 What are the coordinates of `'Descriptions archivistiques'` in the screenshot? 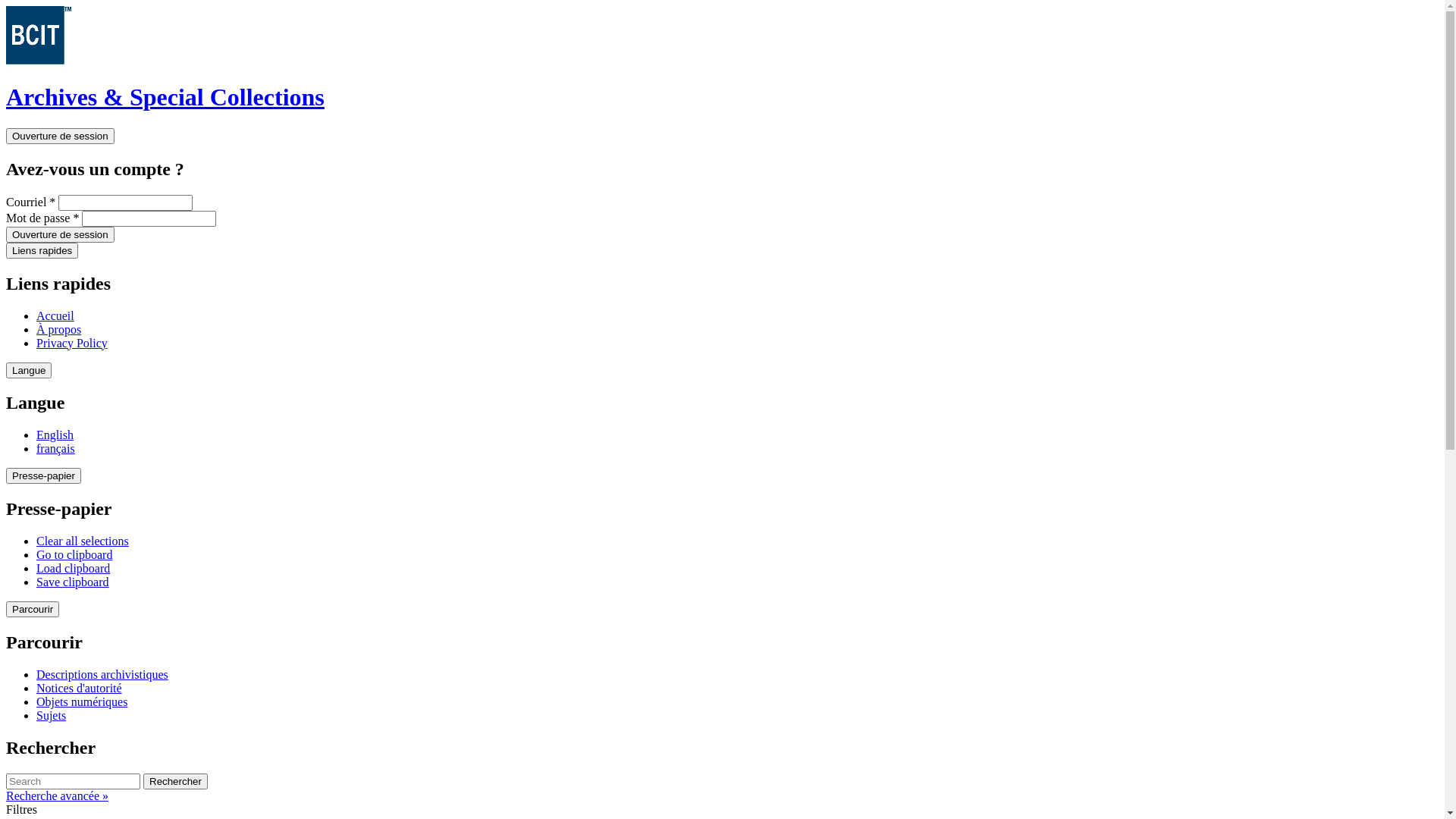 It's located at (101, 673).